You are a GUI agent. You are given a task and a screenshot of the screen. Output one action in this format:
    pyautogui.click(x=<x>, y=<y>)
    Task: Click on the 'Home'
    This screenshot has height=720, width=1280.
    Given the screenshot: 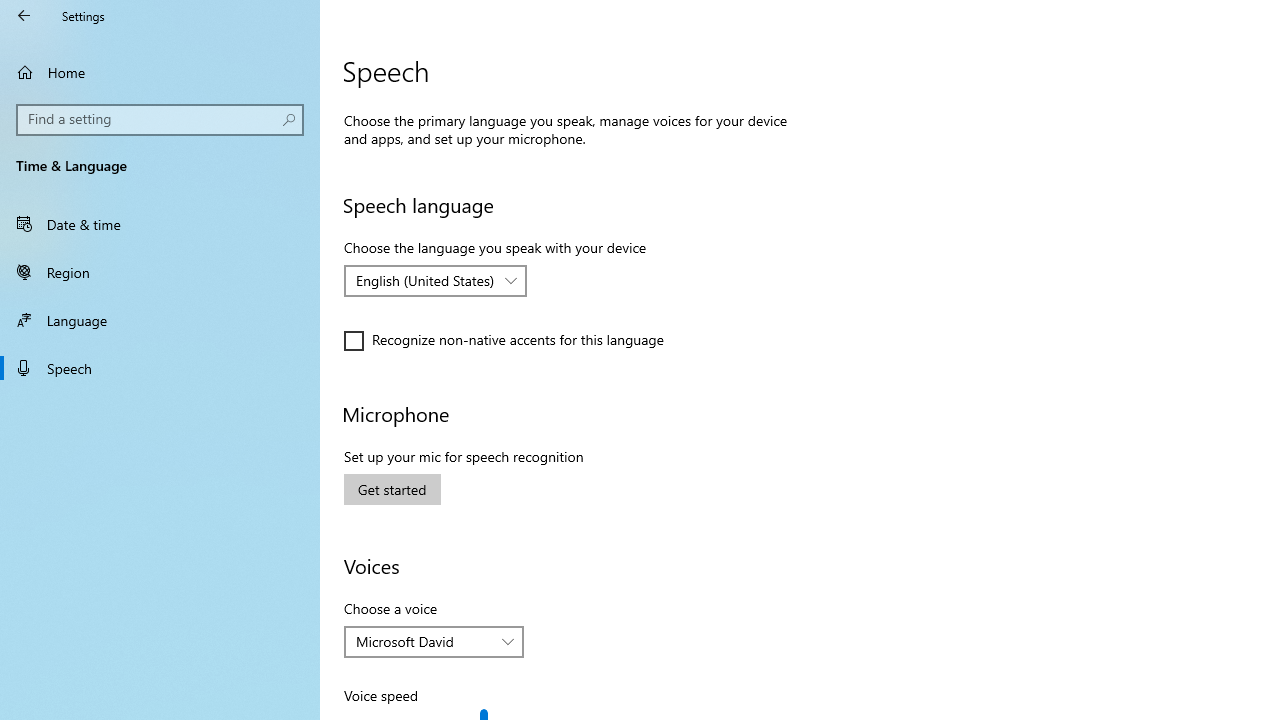 What is the action you would take?
    pyautogui.click(x=160, y=71)
    